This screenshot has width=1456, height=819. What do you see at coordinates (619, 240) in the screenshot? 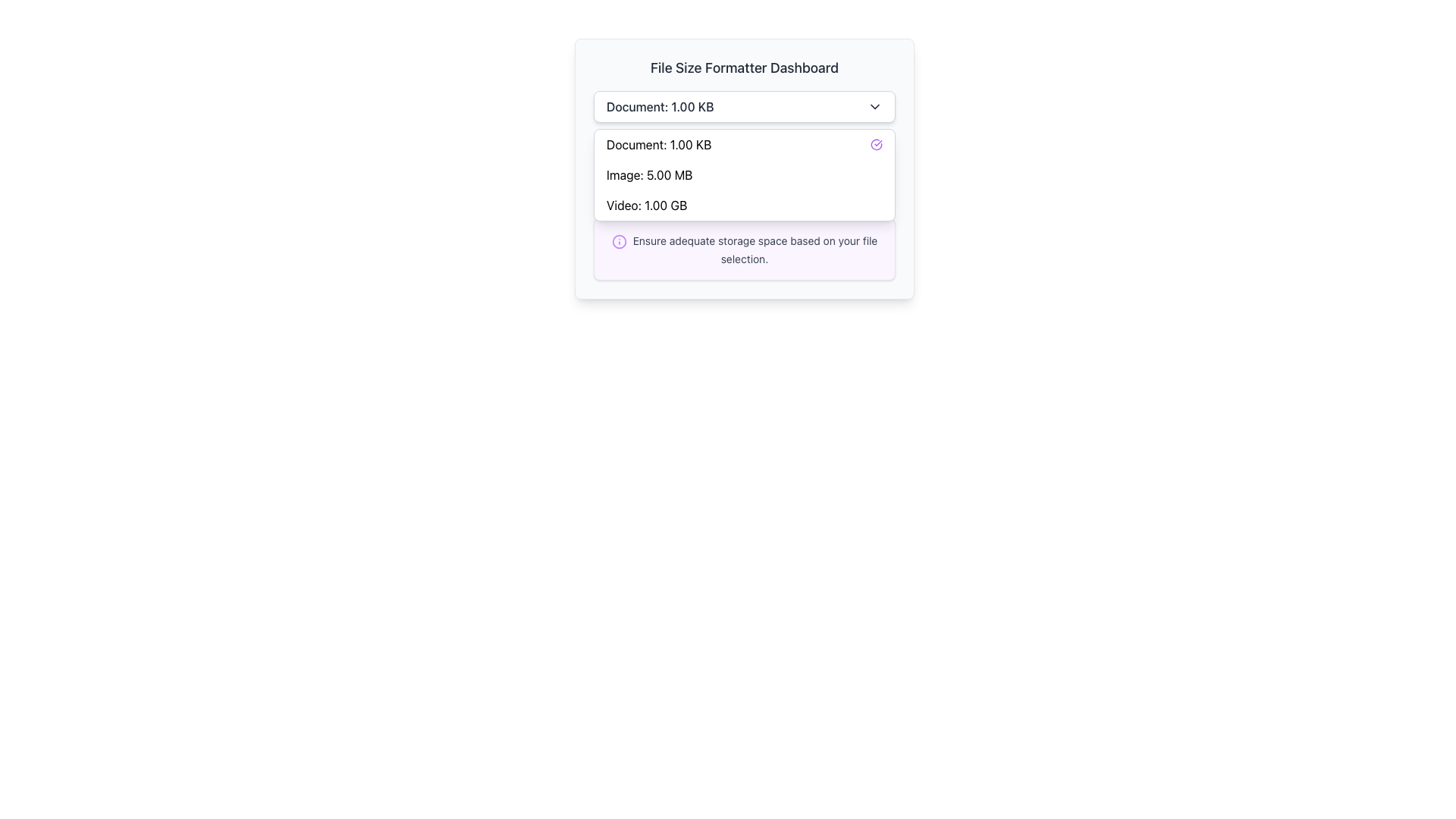
I see `the circular graphical element that serves as a visual indicator for the warning or informational message, located before the text 'Ensure adequate storage space based on your file selection'` at bounding box center [619, 240].